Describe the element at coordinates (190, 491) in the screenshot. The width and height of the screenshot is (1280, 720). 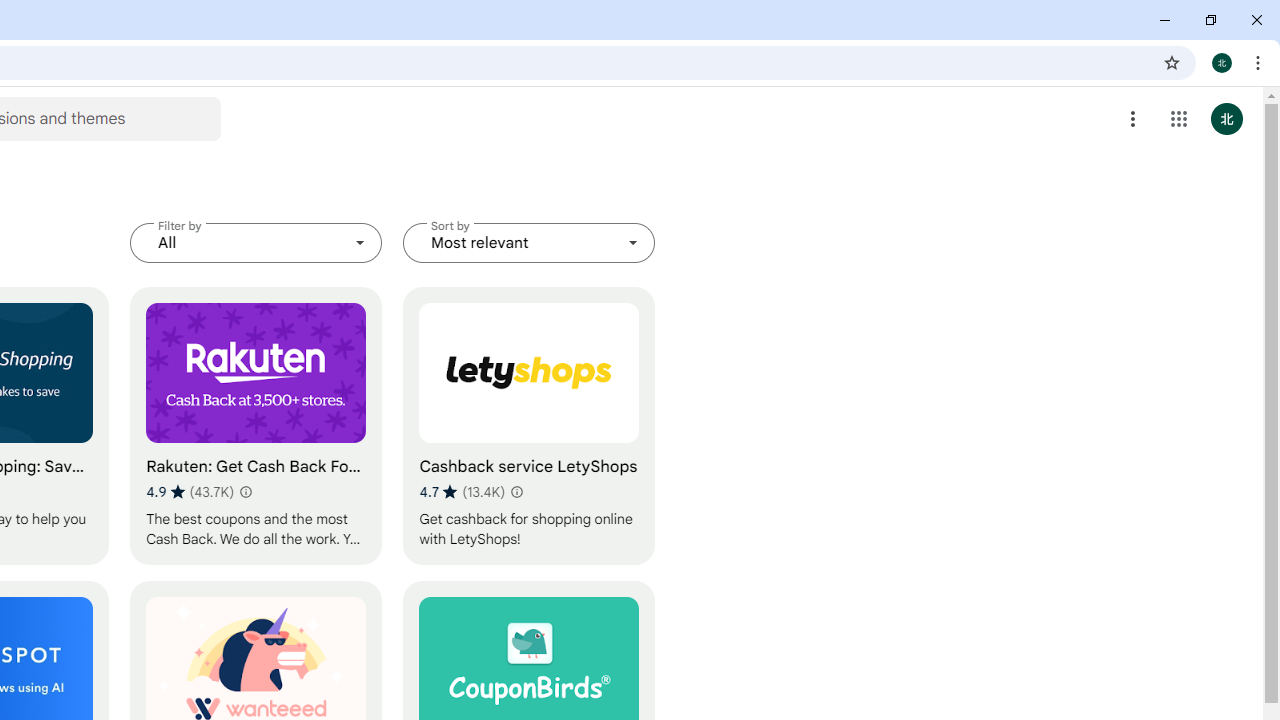
I see `'Average rating 4.9 out of 5 stars. 43.7K ratings.'` at that location.